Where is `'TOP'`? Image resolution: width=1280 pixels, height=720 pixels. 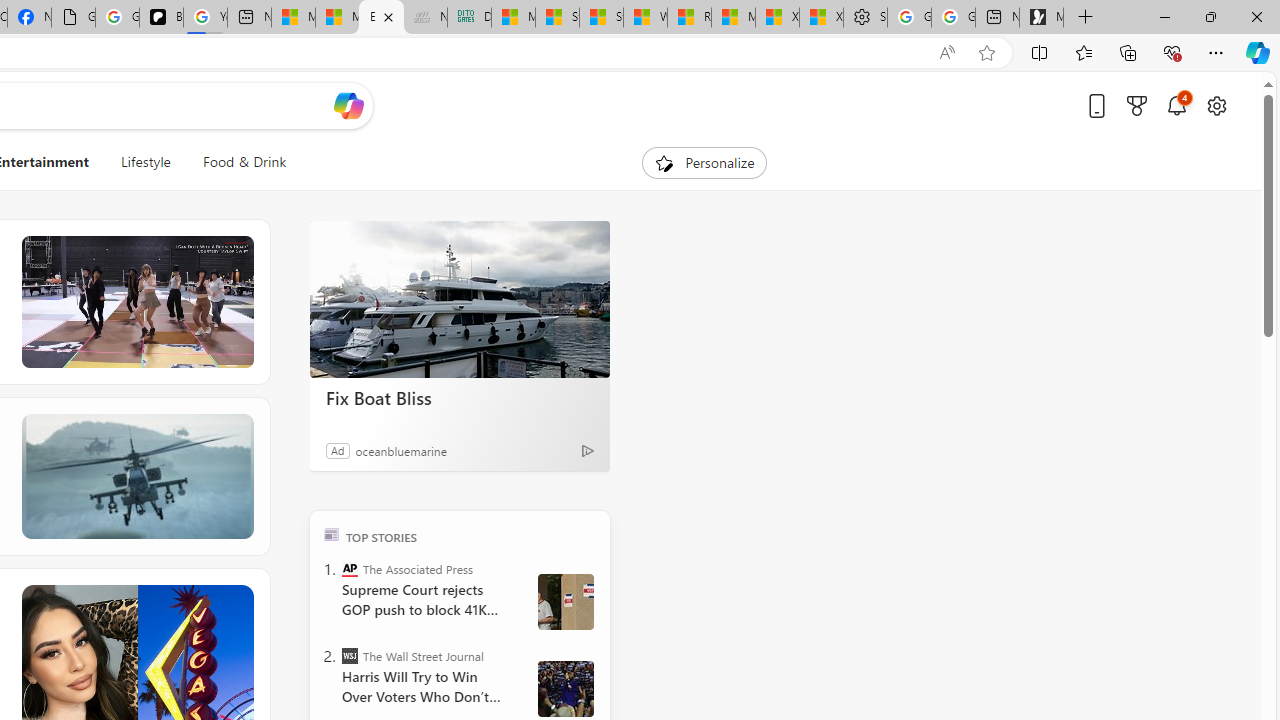 'TOP' is located at coordinates (332, 533).